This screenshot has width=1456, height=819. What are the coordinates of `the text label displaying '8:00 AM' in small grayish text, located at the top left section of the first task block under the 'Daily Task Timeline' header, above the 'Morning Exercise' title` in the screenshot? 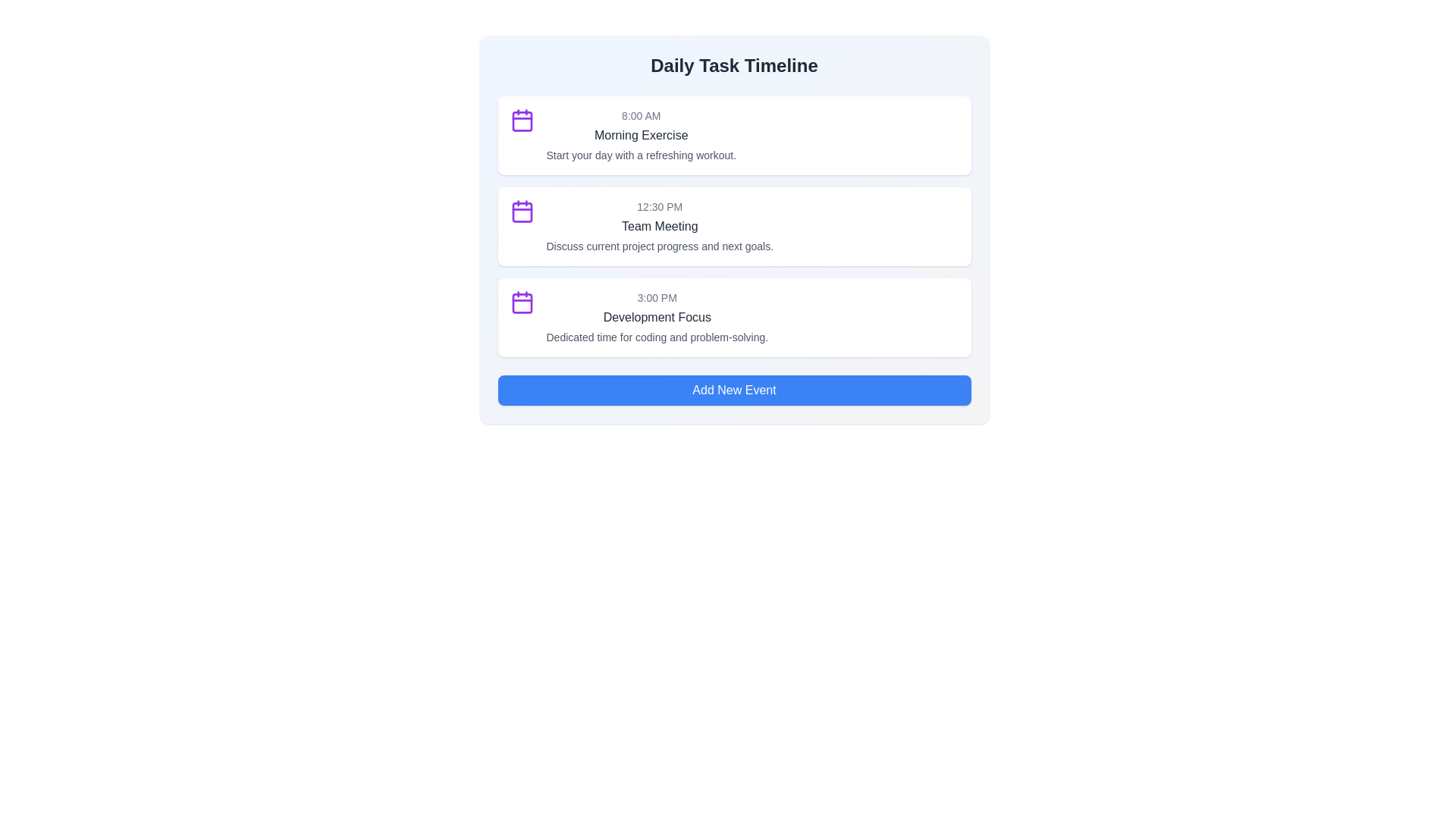 It's located at (641, 115).